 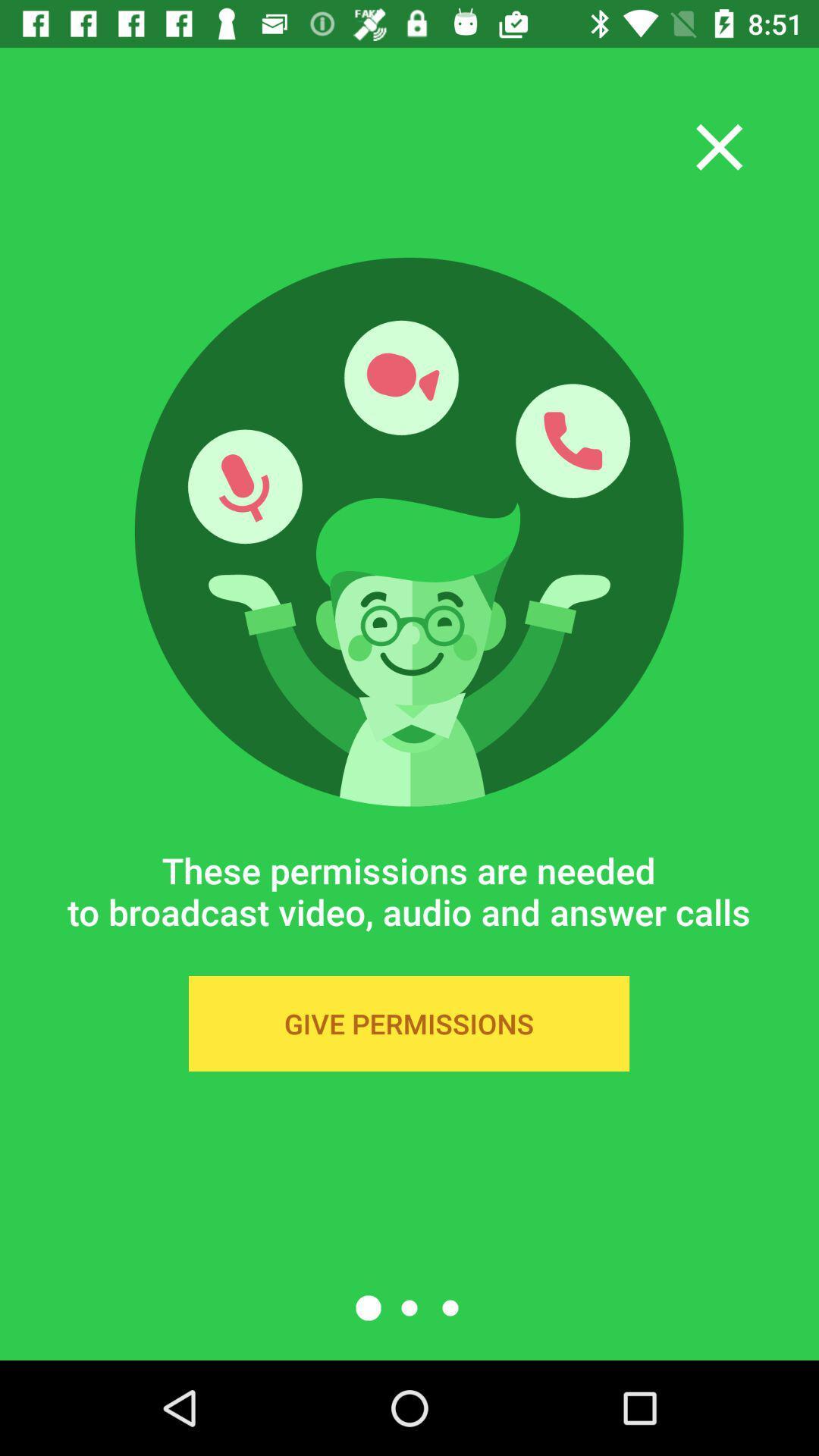 What do you see at coordinates (408, 1023) in the screenshot?
I see `the give permissions icon` at bounding box center [408, 1023].